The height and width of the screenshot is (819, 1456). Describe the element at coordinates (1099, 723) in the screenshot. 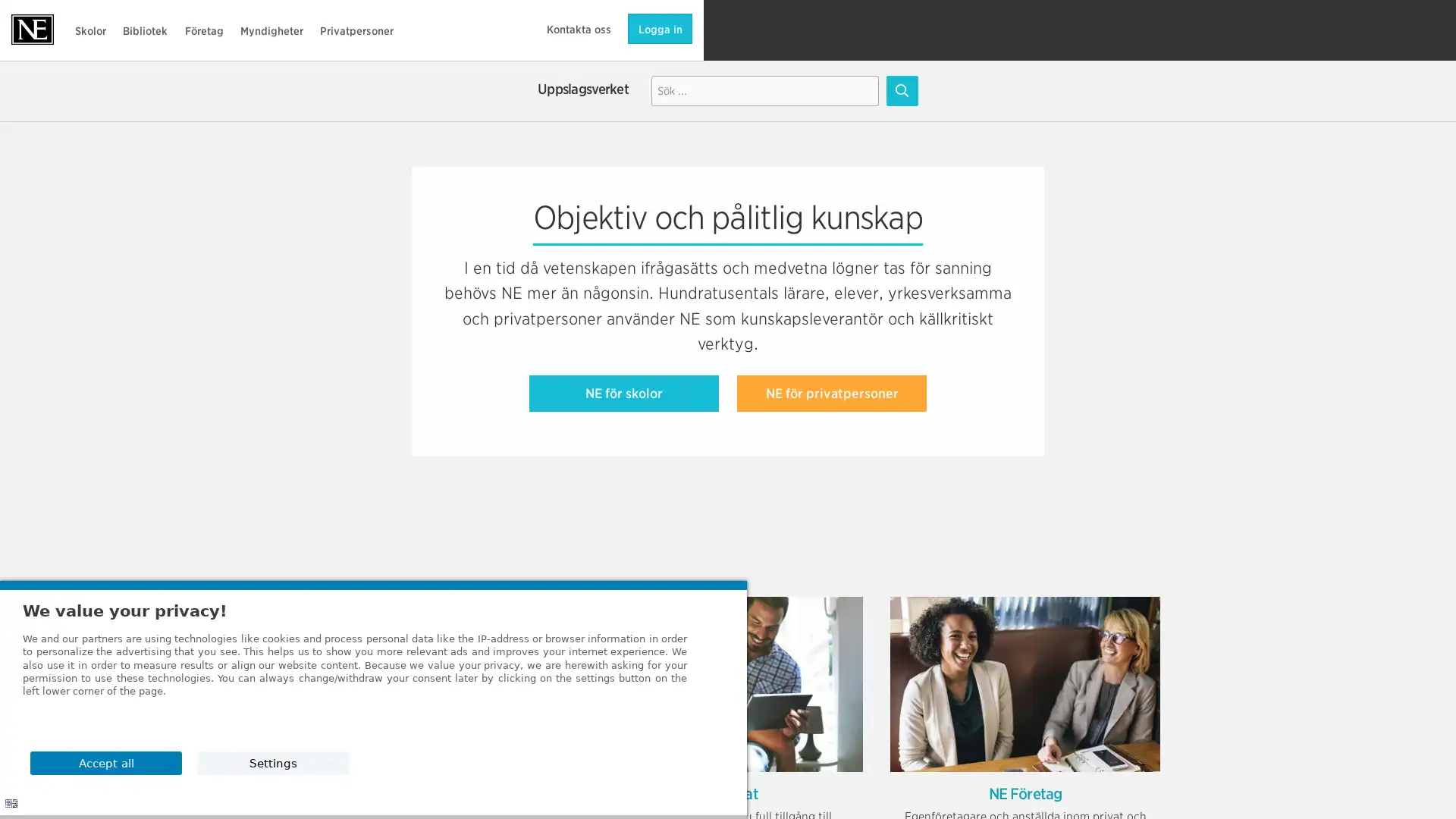

I see `Accept all` at that location.